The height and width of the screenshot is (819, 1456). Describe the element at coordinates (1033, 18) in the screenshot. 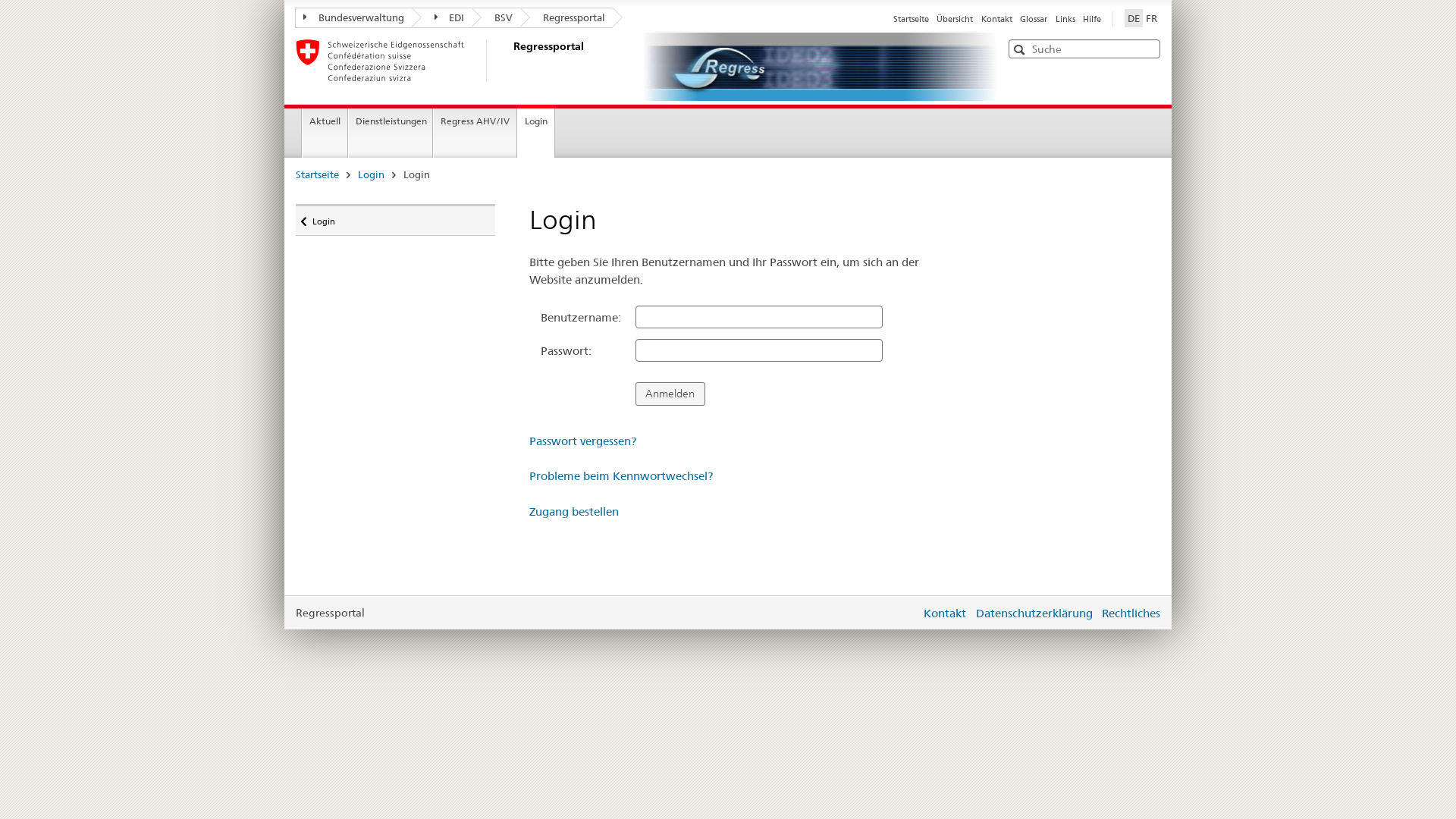

I see `'Glossar'` at that location.